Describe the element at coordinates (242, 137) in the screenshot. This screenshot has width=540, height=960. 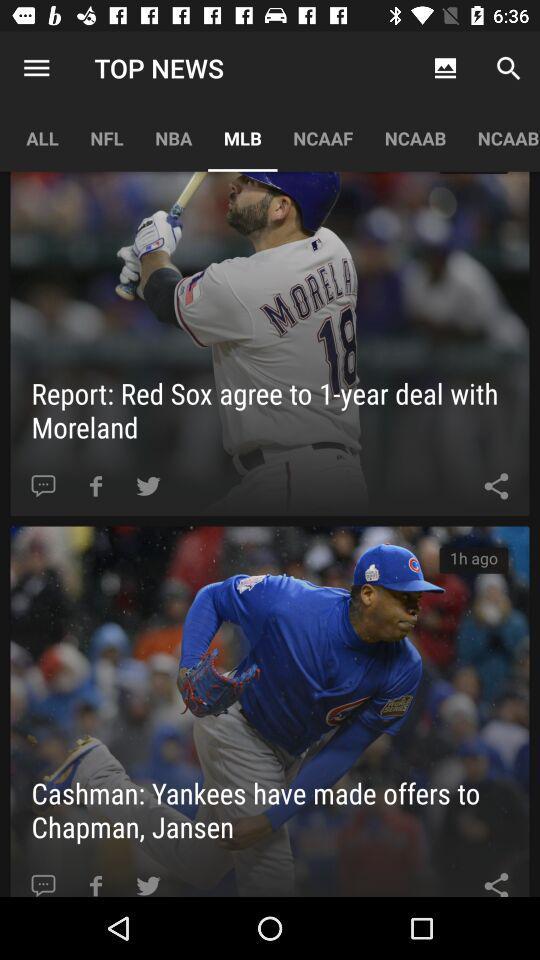
I see `app below the top news item` at that location.